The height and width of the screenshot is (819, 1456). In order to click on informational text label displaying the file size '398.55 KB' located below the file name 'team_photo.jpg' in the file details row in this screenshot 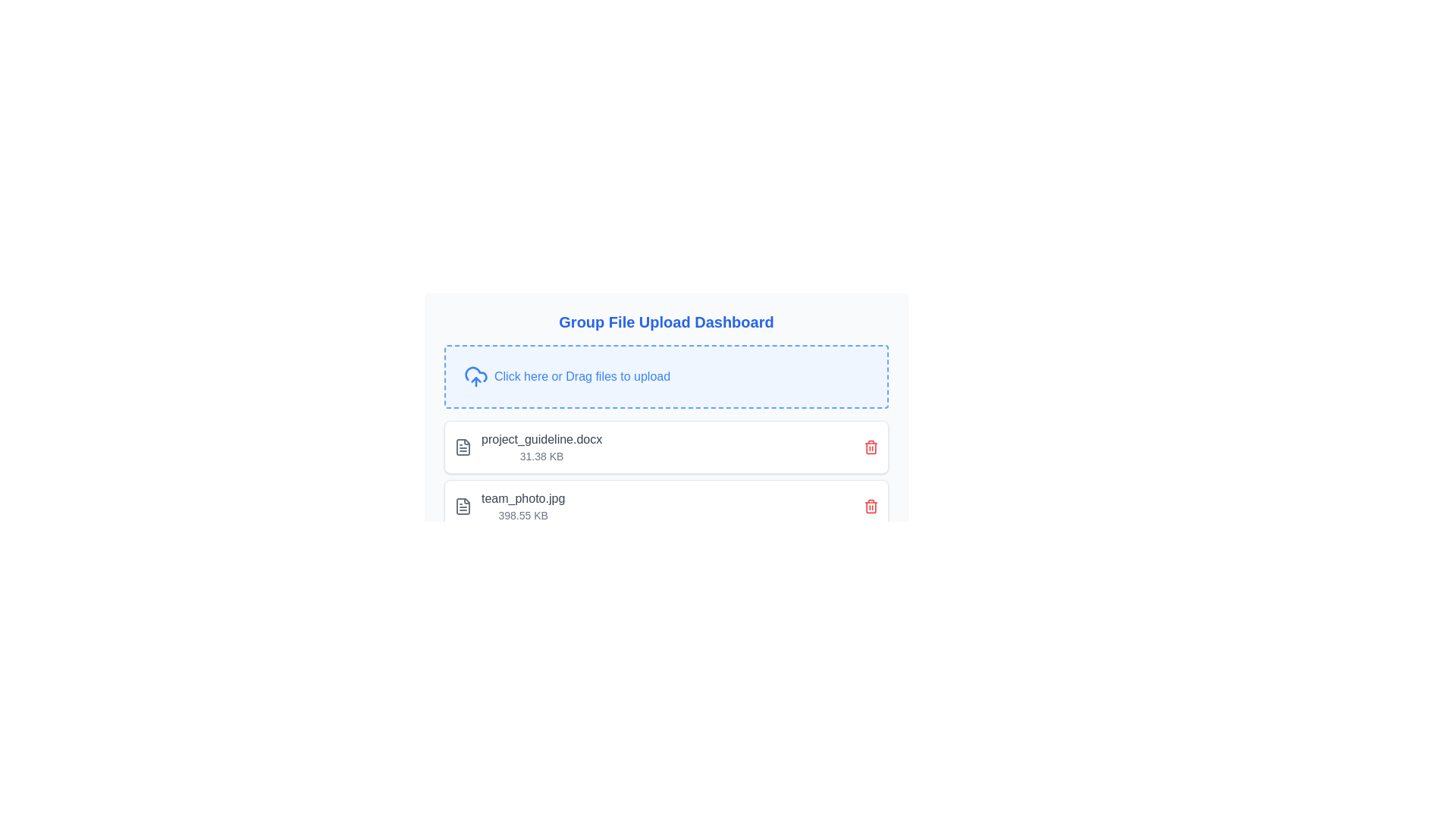, I will do `click(523, 514)`.